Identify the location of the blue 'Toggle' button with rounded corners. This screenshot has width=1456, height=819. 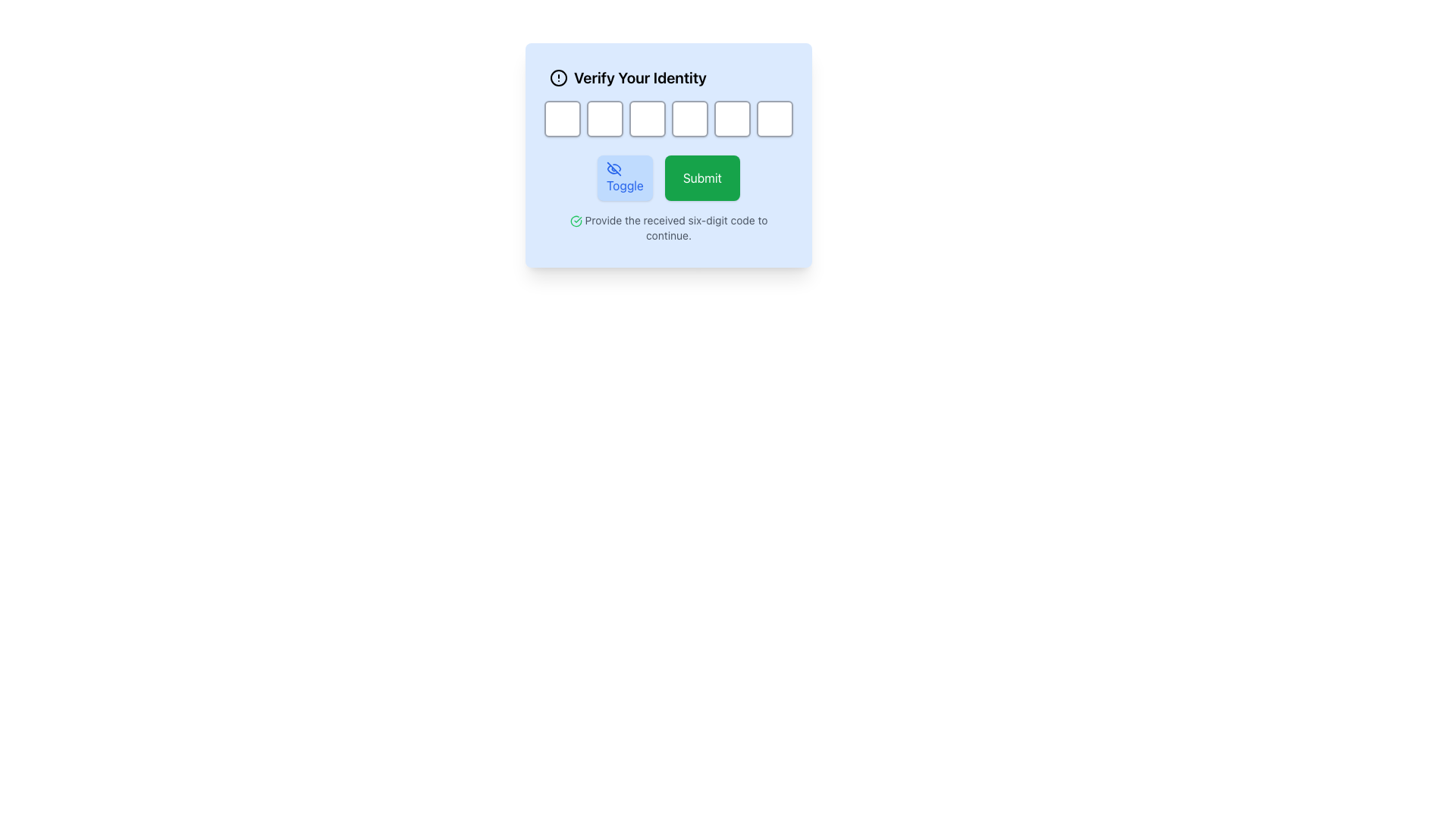
(625, 177).